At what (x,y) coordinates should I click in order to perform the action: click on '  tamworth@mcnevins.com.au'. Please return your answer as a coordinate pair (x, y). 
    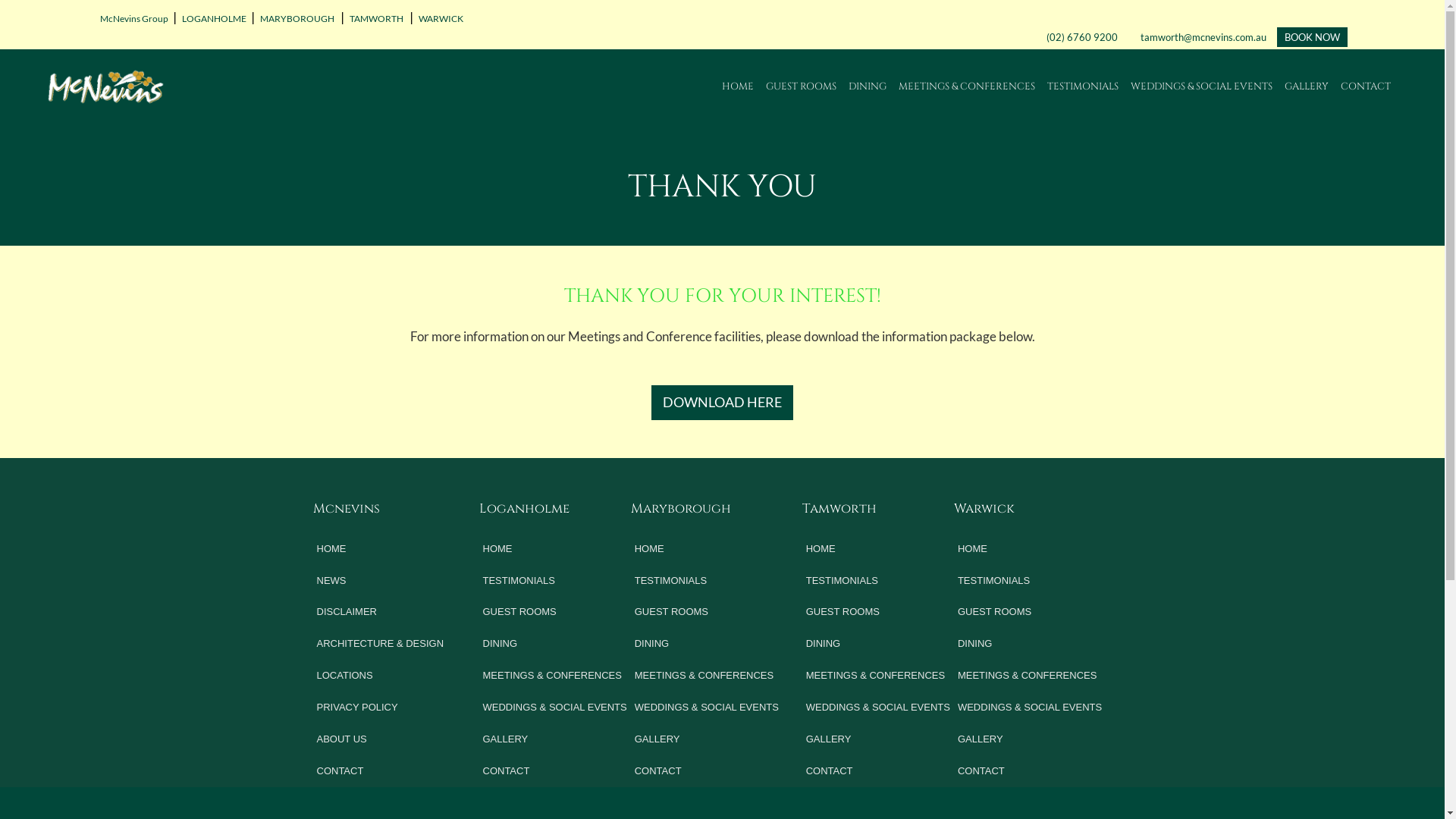
    Looking at the image, I should click on (1135, 36).